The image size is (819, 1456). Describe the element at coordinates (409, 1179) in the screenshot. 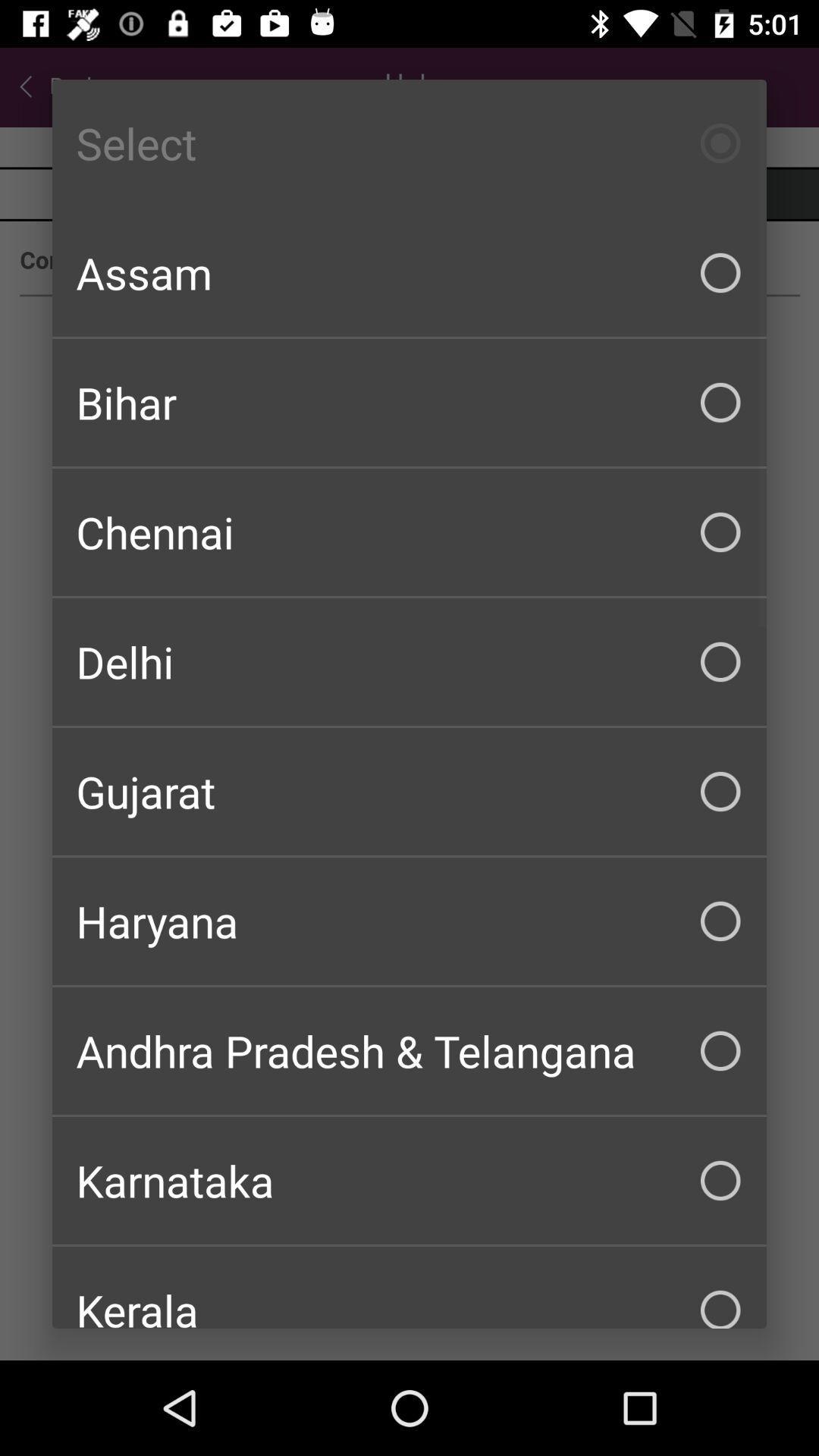

I see `the icon above the kerala` at that location.